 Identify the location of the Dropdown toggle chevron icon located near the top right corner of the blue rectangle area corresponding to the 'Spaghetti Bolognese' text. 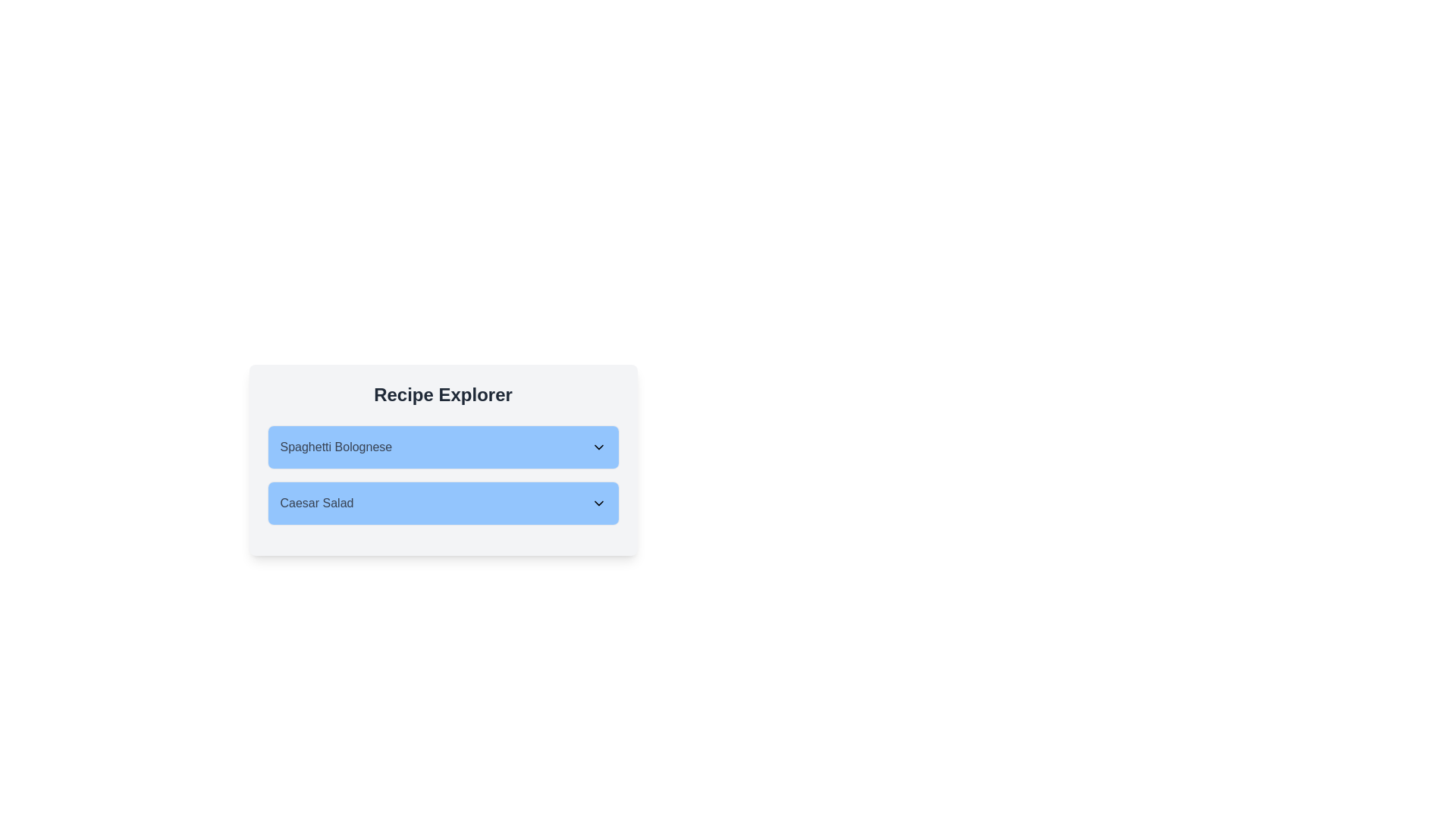
(598, 447).